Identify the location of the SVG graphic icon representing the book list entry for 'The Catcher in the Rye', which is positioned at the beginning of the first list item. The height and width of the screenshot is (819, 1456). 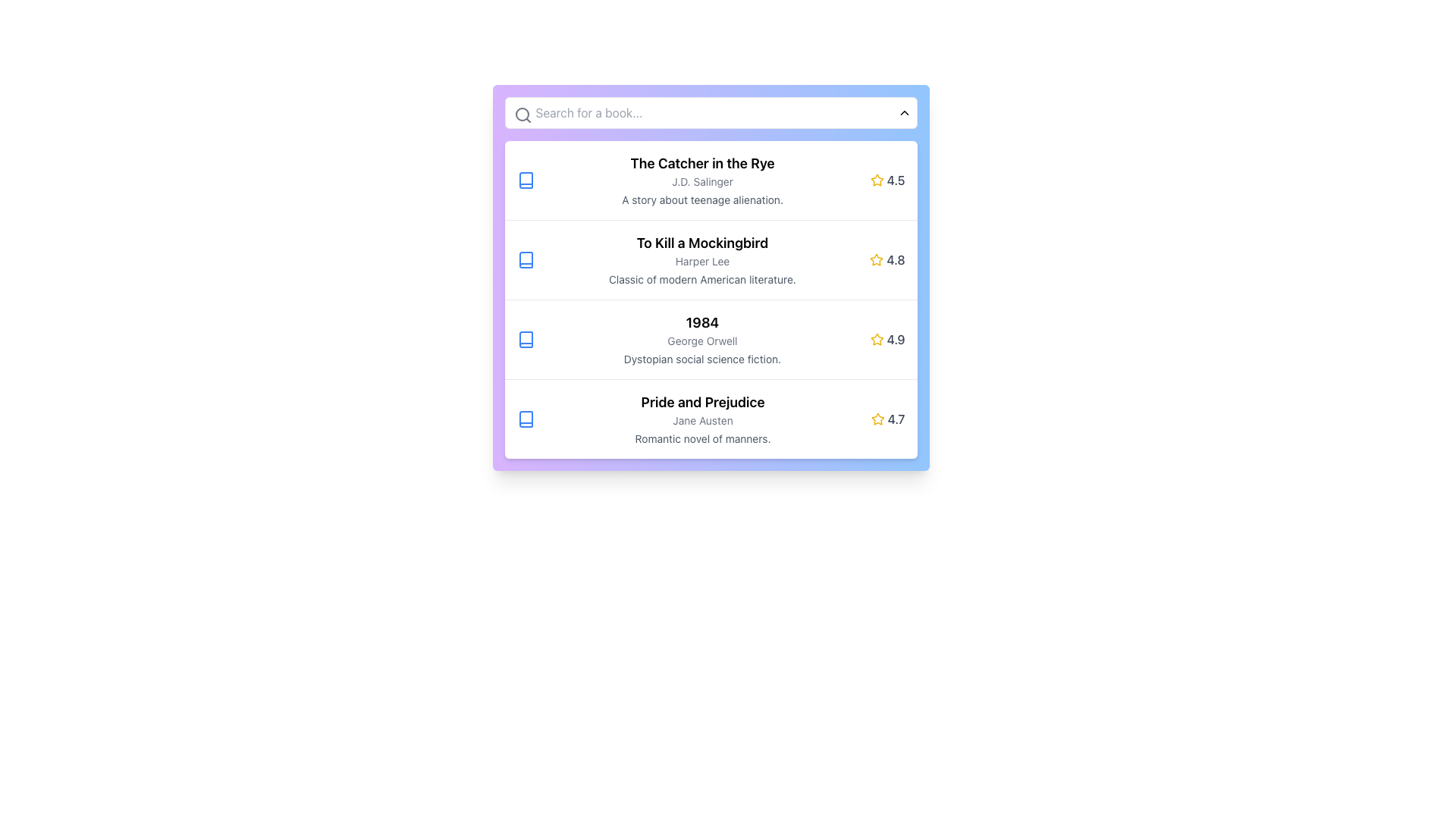
(526, 180).